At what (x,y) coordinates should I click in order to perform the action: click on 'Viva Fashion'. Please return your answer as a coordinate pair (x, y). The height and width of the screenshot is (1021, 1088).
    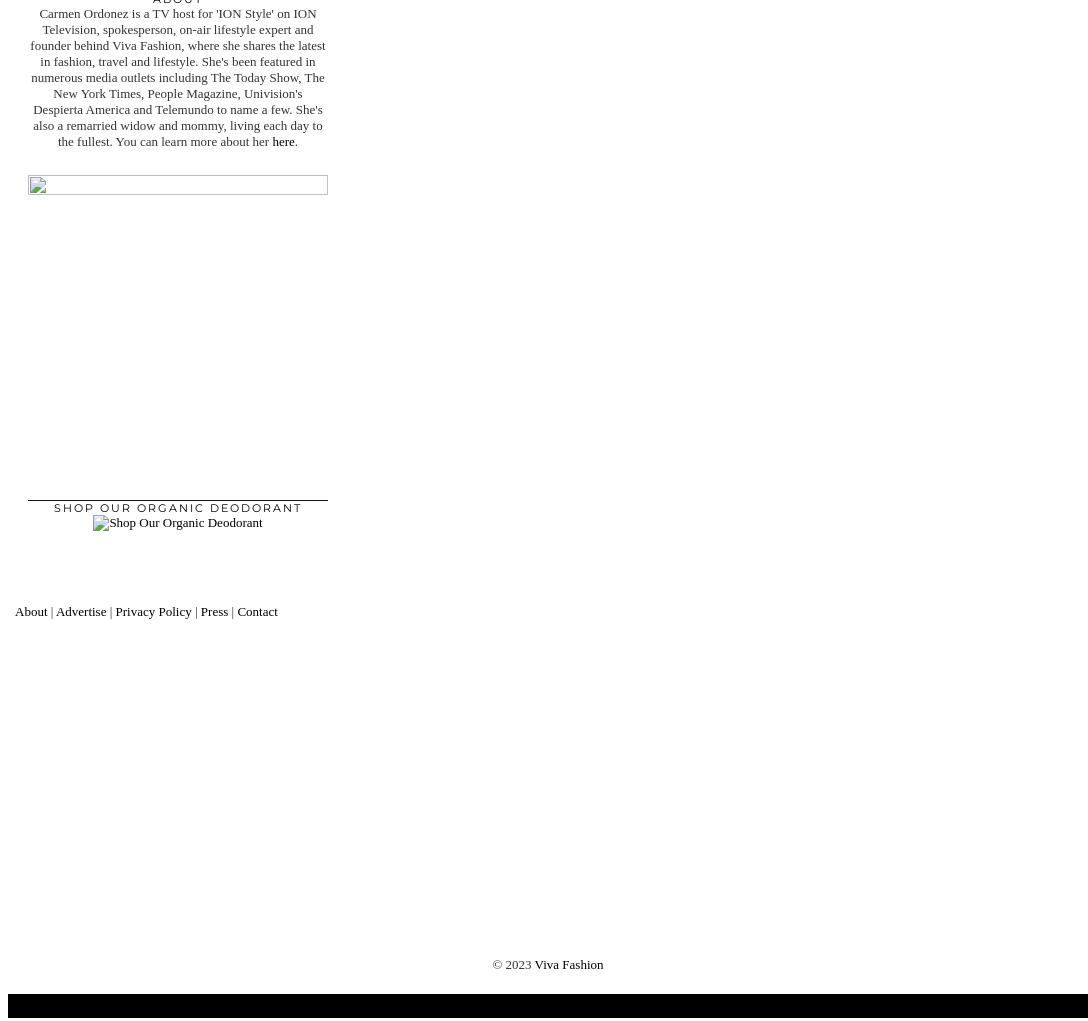
    Looking at the image, I should click on (568, 962).